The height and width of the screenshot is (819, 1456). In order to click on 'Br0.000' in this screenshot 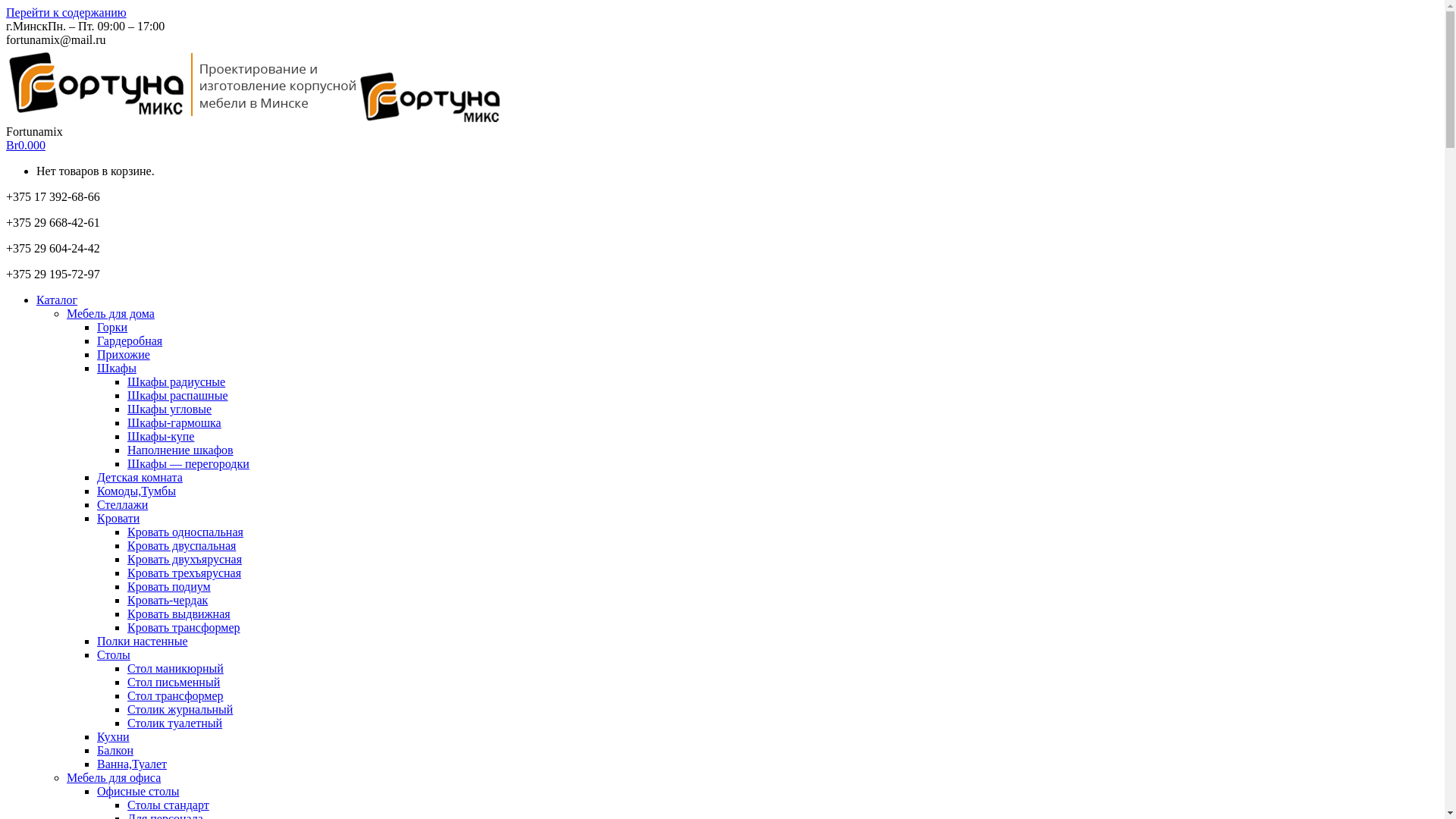, I will do `click(25, 145)`.